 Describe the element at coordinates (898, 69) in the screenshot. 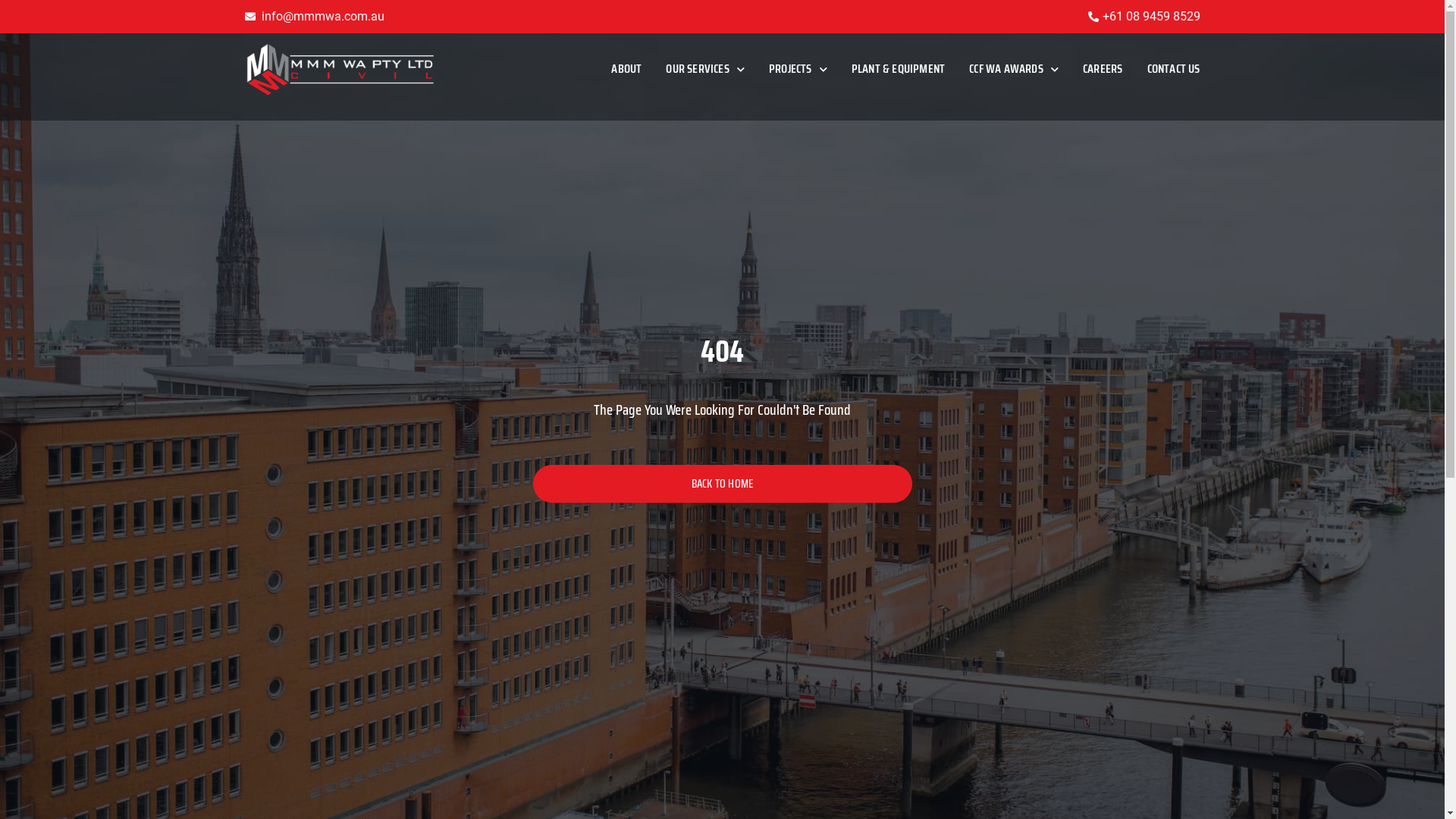

I see `'PLANT & EQUIPMENT'` at that location.